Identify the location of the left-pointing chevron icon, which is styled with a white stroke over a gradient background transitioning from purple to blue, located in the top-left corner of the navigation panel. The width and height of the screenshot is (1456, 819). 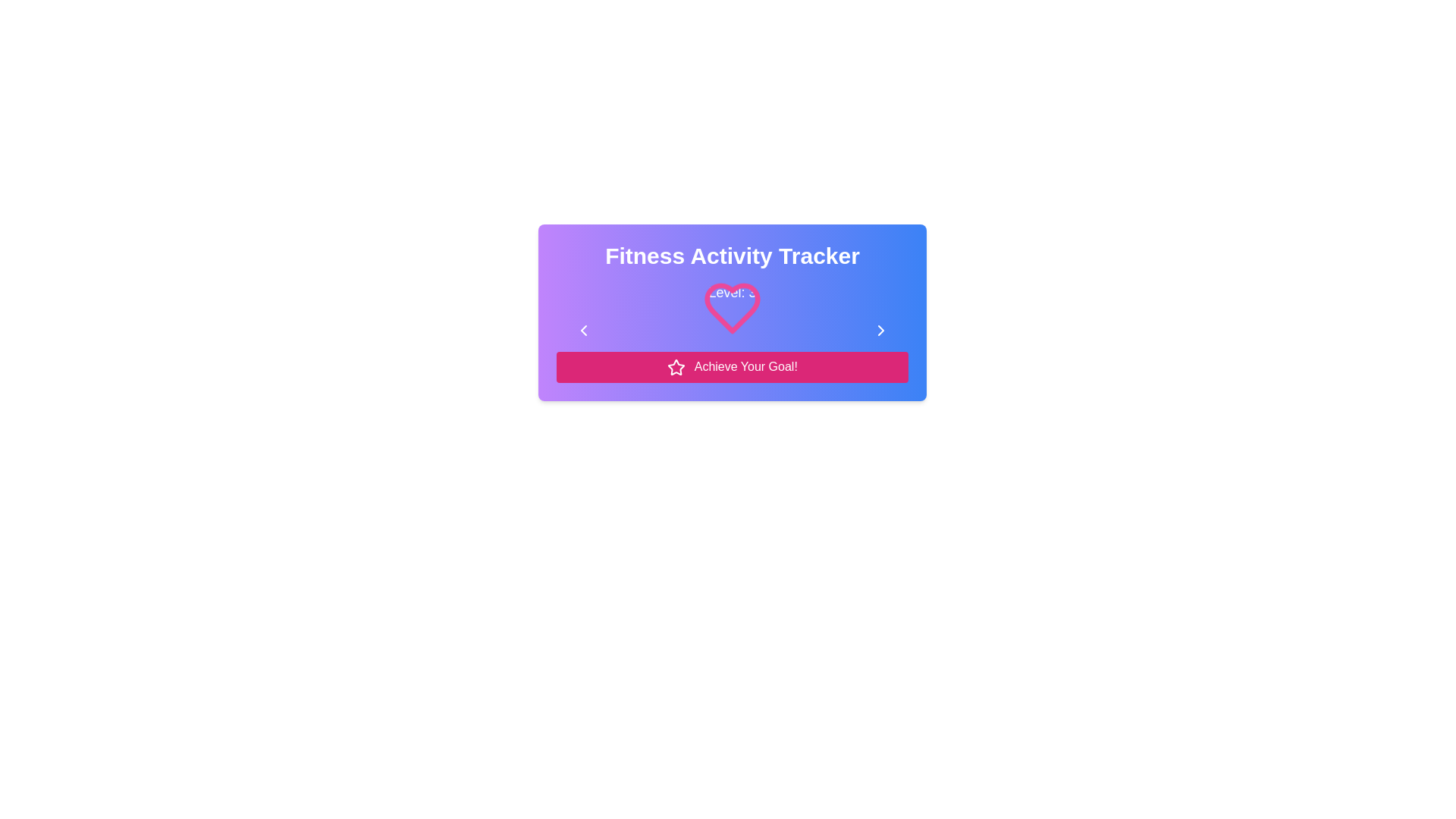
(582, 329).